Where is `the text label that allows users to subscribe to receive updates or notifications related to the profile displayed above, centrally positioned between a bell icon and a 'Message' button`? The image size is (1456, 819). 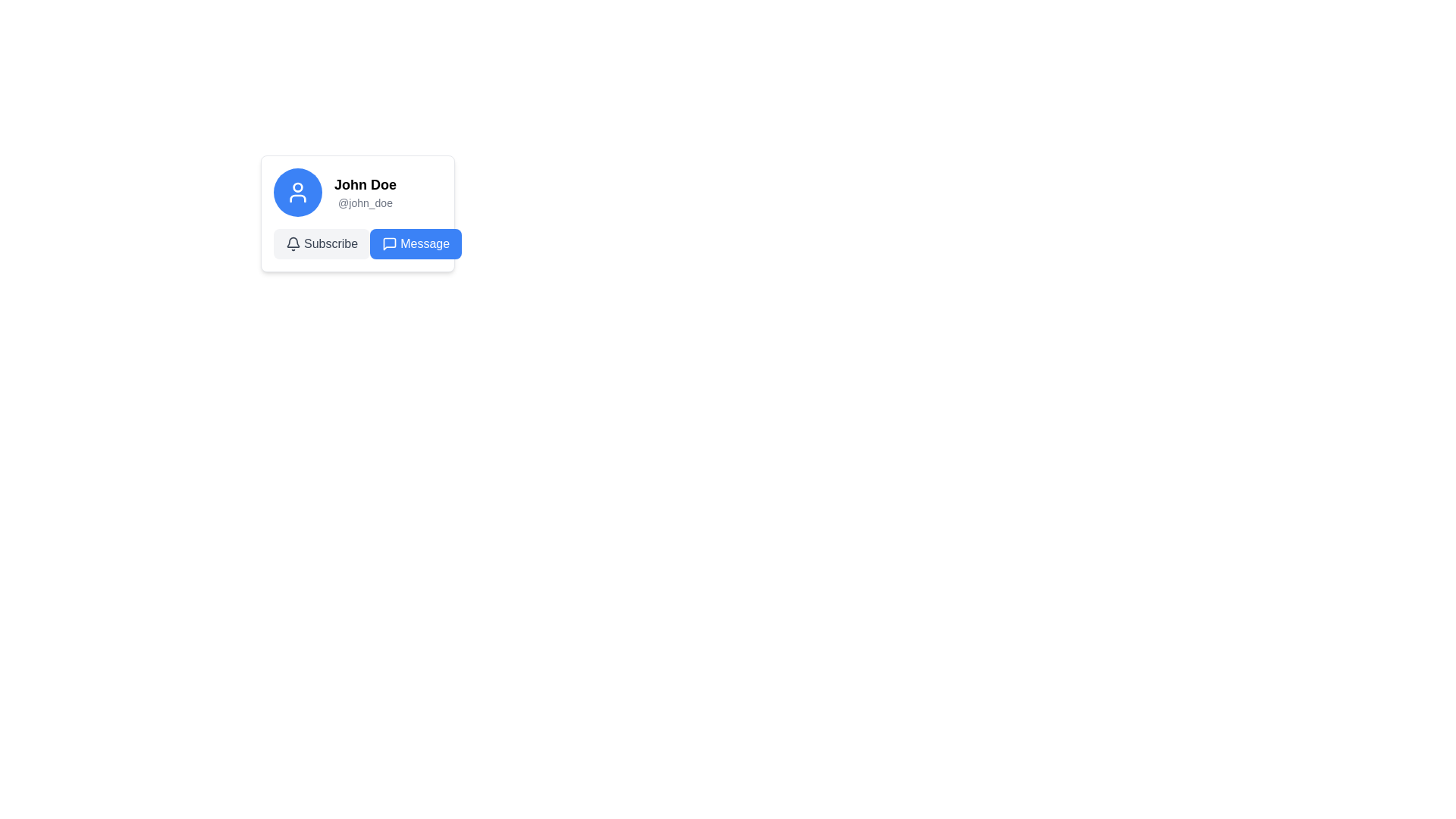 the text label that allows users to subscribe to receive updates or notifications related to the profile displayed above, centrally positioned between a bell icon and a 'Message' button is located at coordinates (330, 243).